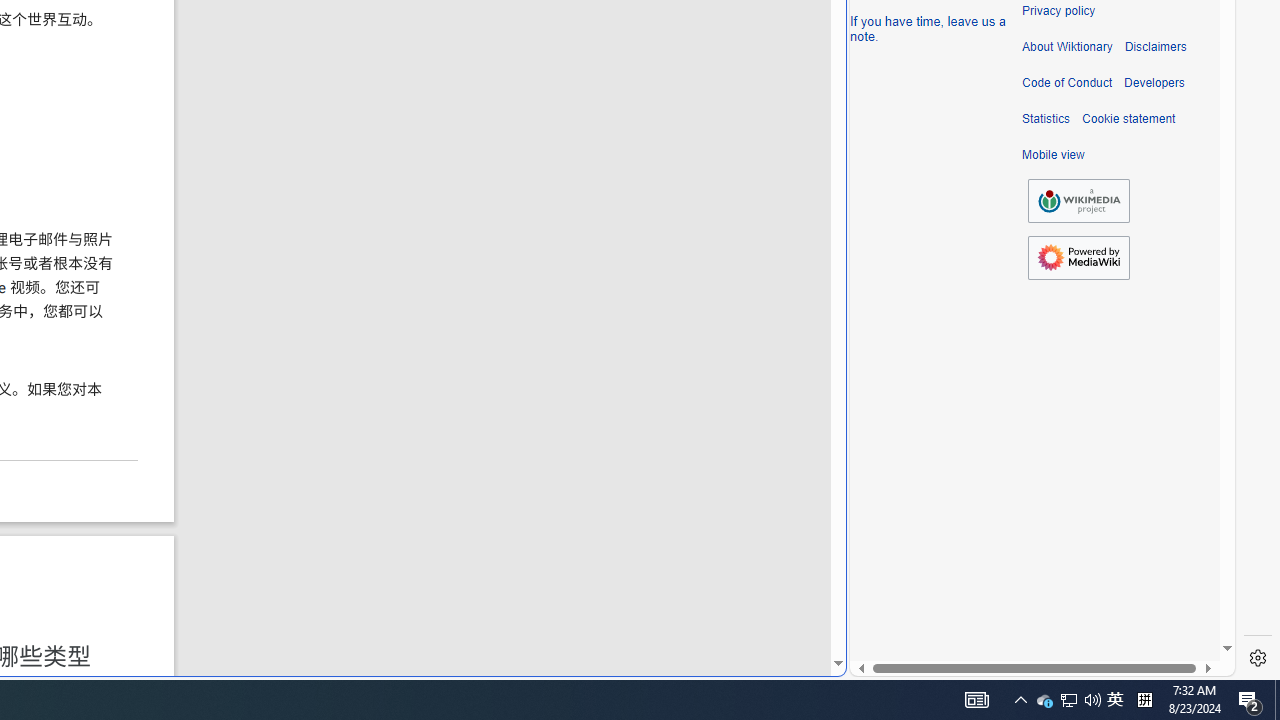 The height and width of the screenshot is (720, 1280). Describe the element at coordinates (1154, 82) in the screenshot. I see `'Developers'` at that location.